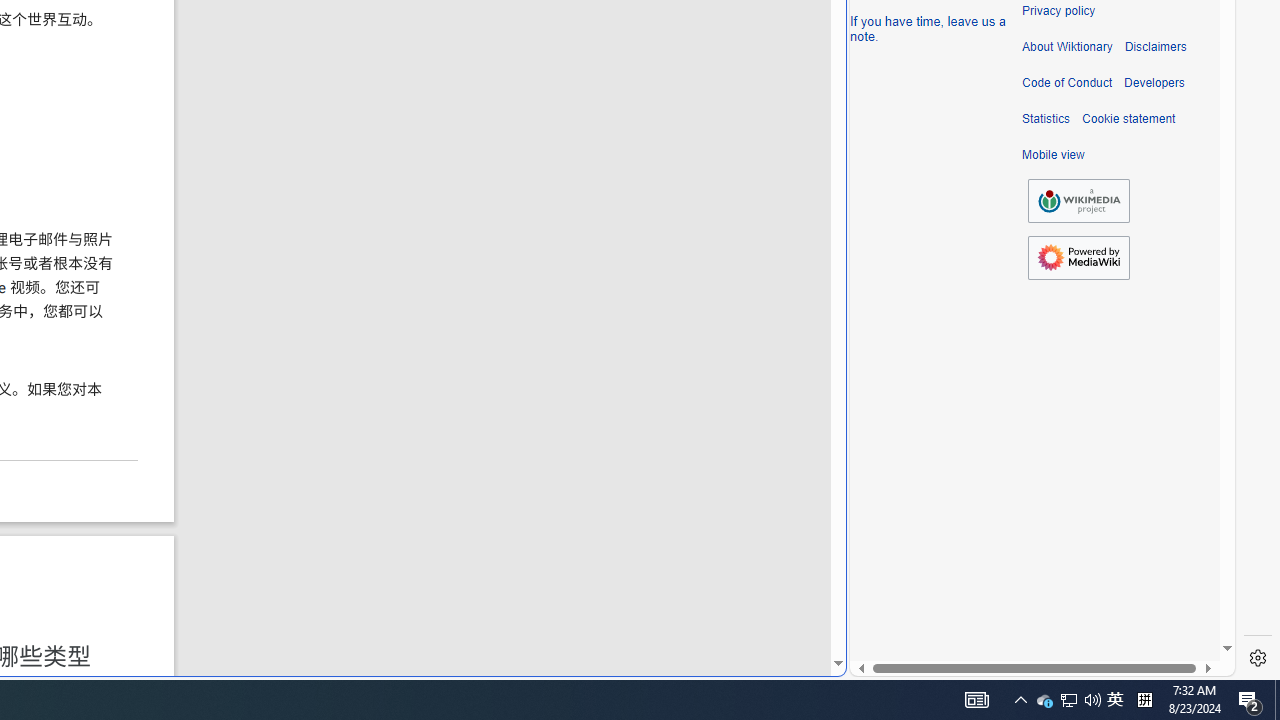 The height and width of the screenshot is (720, 1280). Describe the element at coordinates (1154, 82) in the screenshot. I see `'Developers'` at that location.